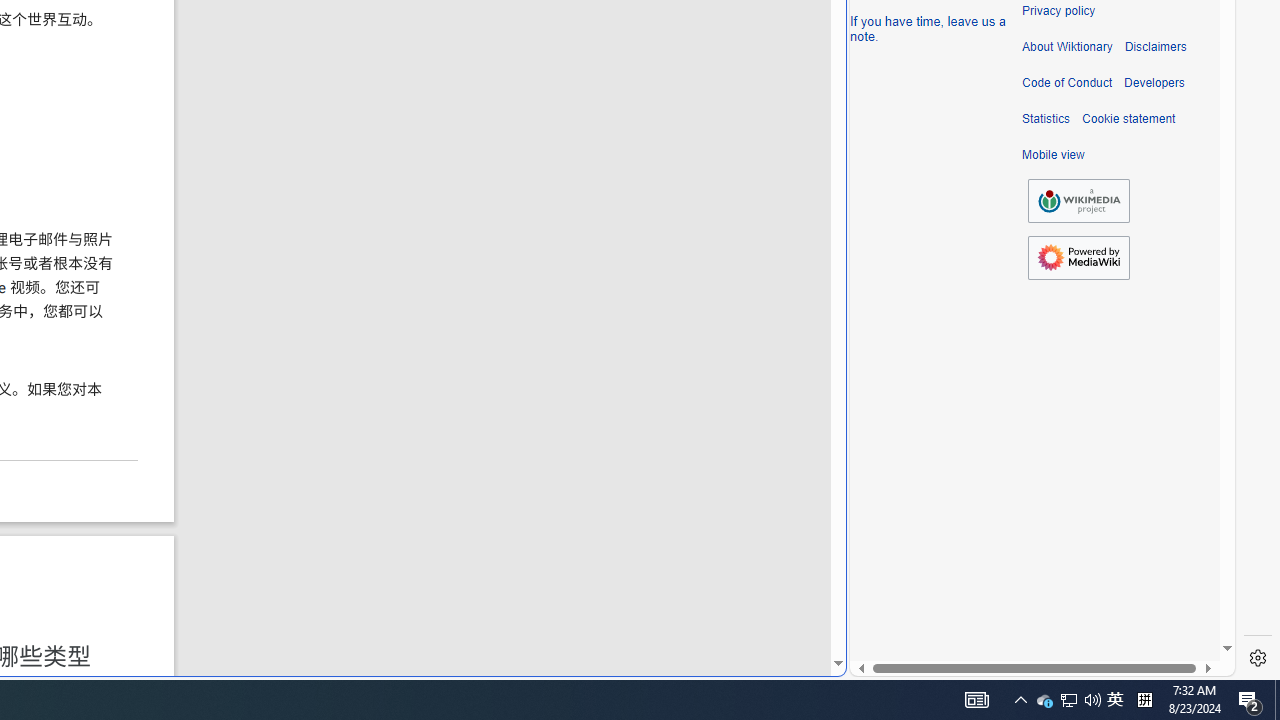 The height and width of the screenshot is (720, 1280). Describe the element at coordinates (1154, 82) in the screenshot. I see `'Developers'` at that location.